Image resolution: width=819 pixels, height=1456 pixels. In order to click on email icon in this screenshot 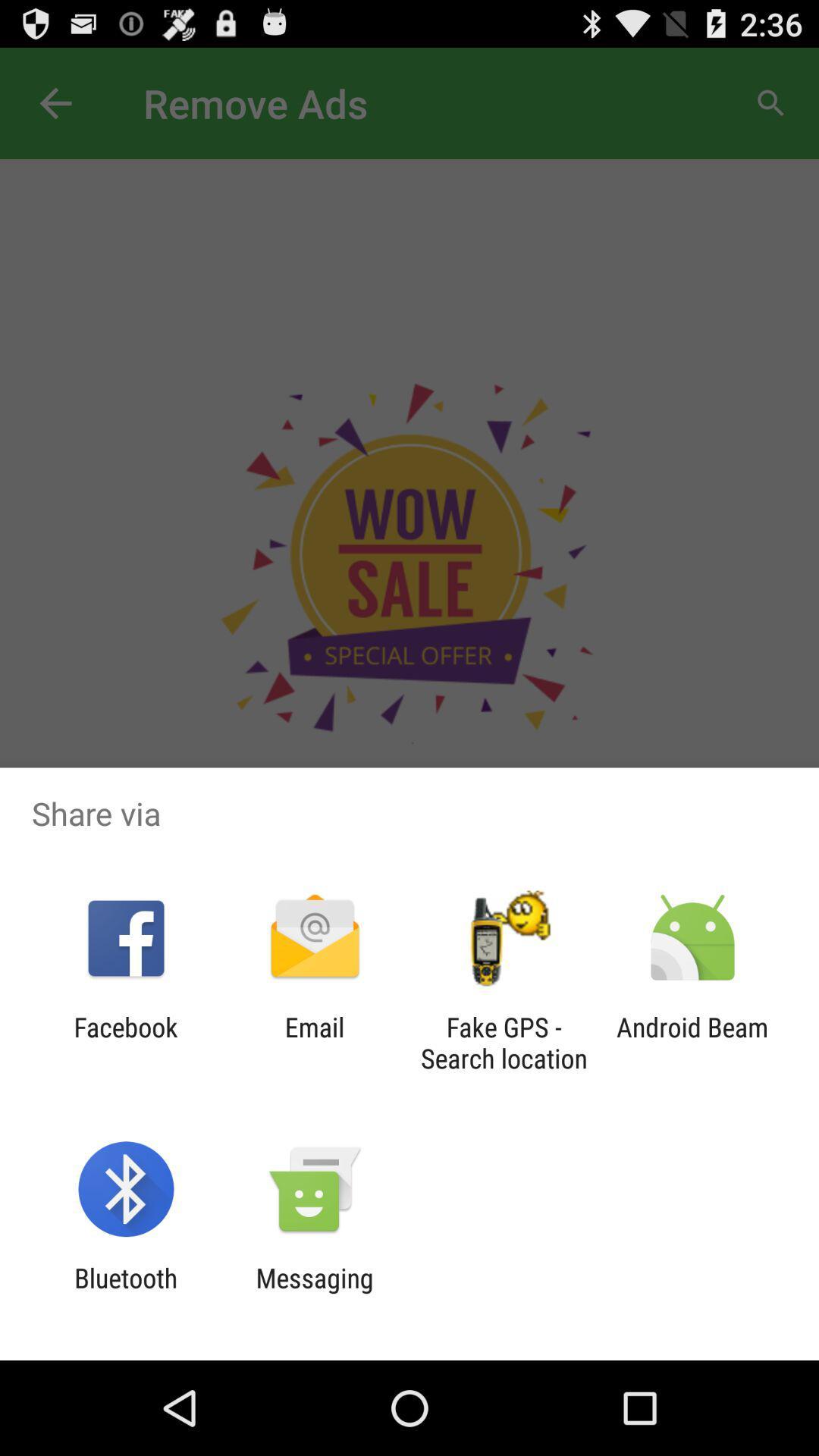, I will do `click(314, 1042)`.